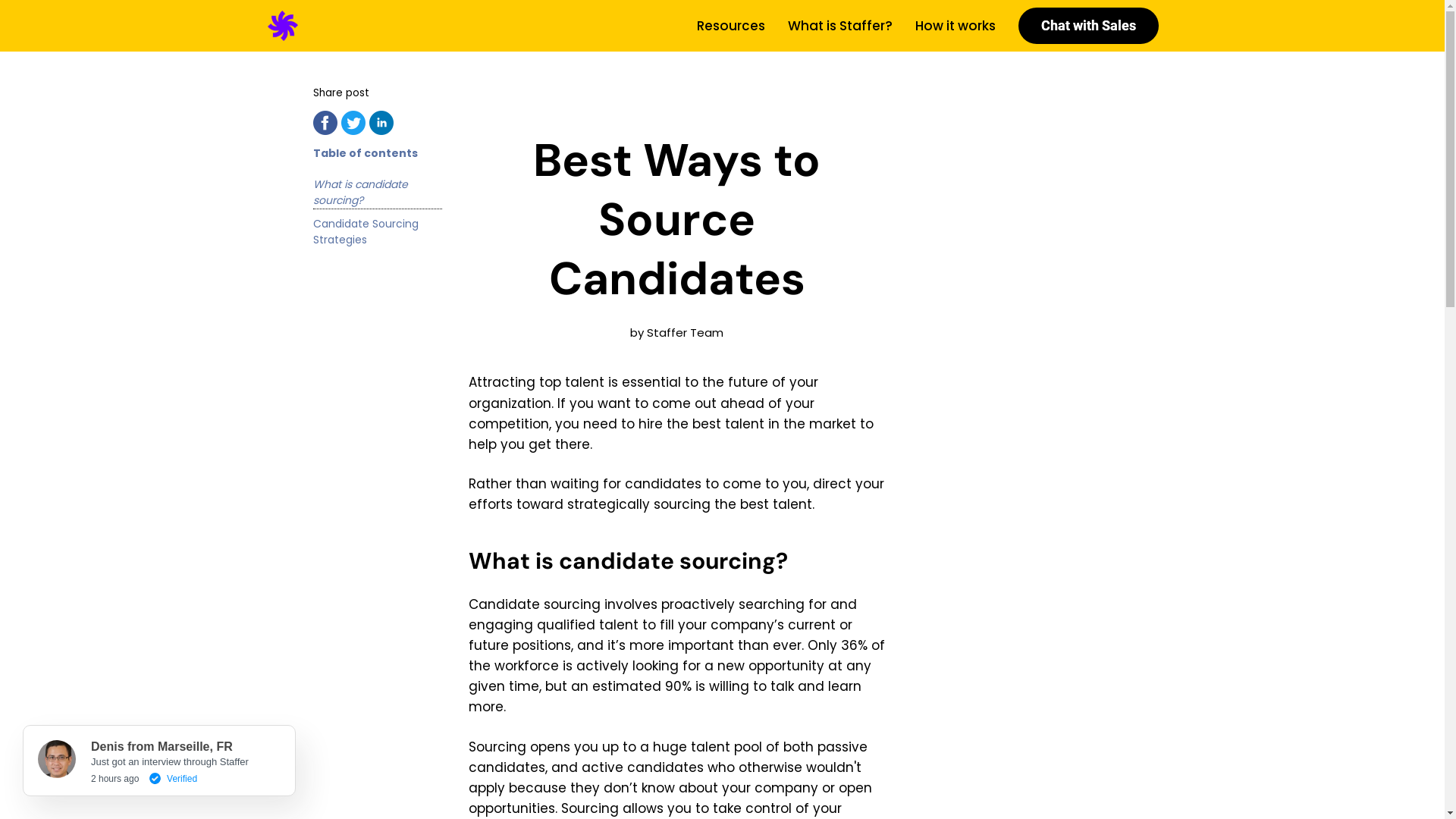 The width and height of the screenshot is (1456, 819). I want to click on 'What is Staffer?', so click(839, 26).